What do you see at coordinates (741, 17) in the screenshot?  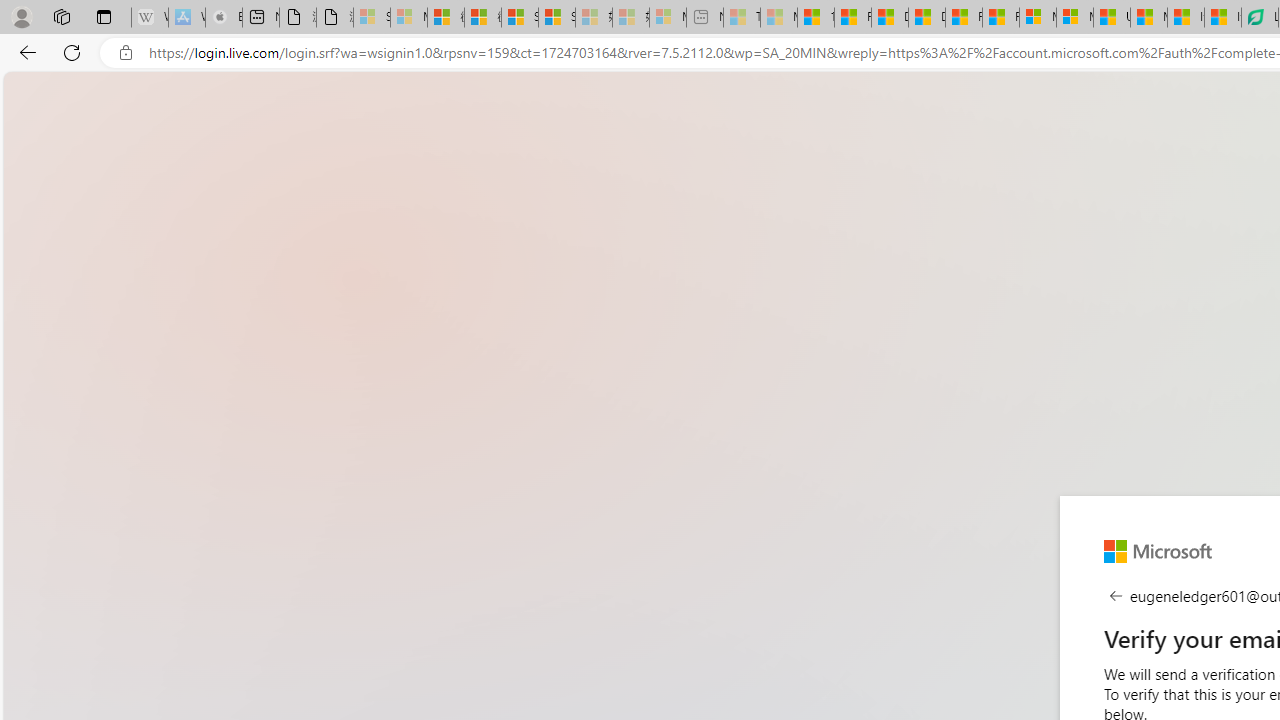 I see `'Top Stories - MSN - Sleeping'` at bounding box center [741, 17].